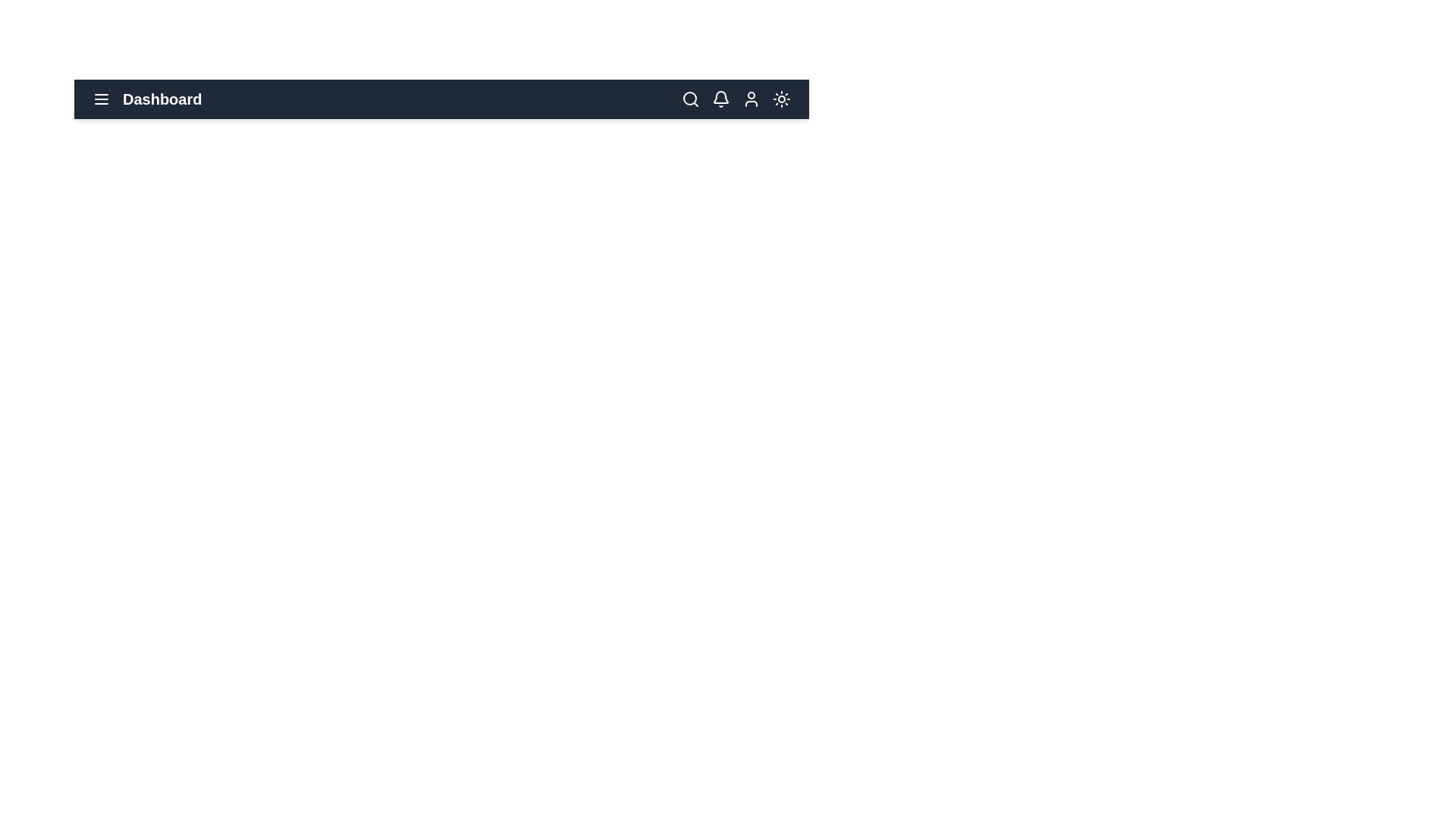  I want to click on the bell icon to view notifications, so click(720, 99).